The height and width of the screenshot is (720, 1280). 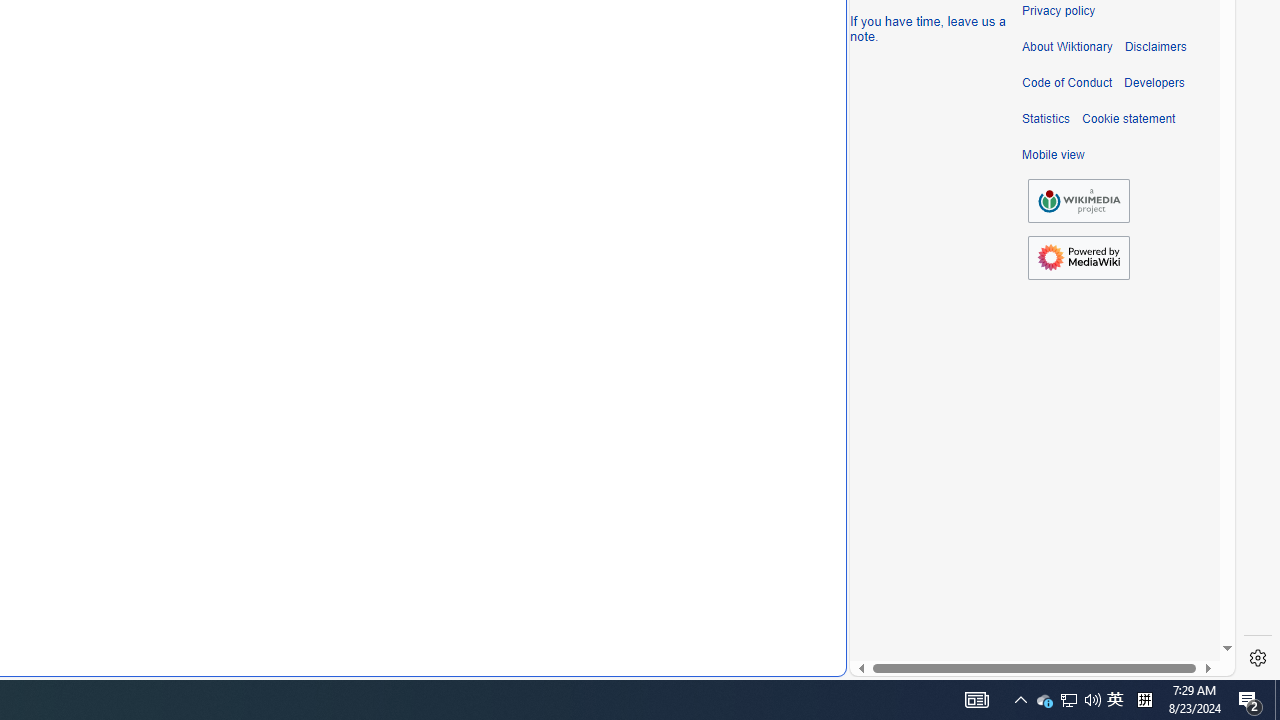 I want to click on 'Disclaimers', so click(x=1155, y=46).